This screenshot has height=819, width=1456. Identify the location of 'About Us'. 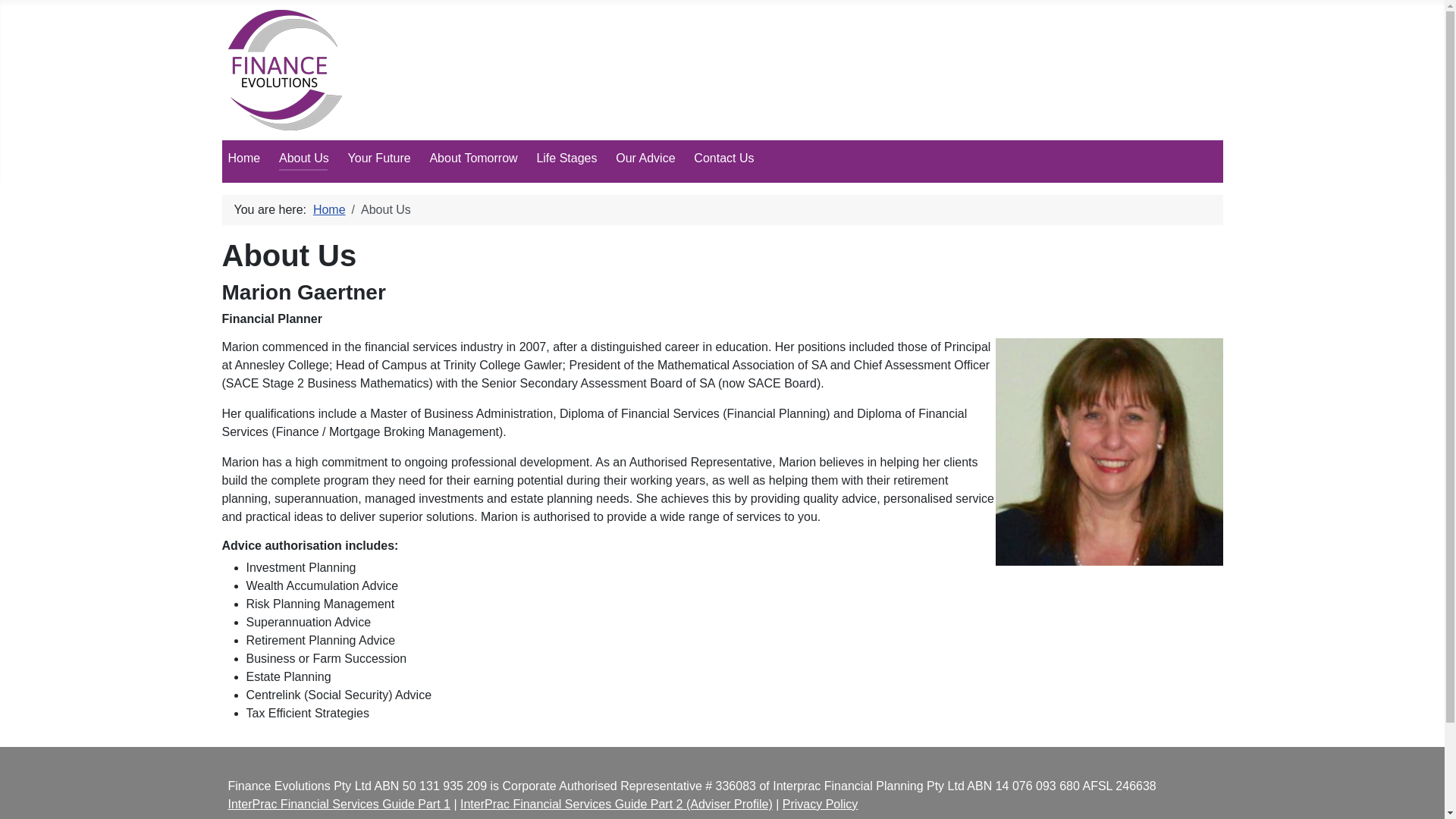
(279, 158).